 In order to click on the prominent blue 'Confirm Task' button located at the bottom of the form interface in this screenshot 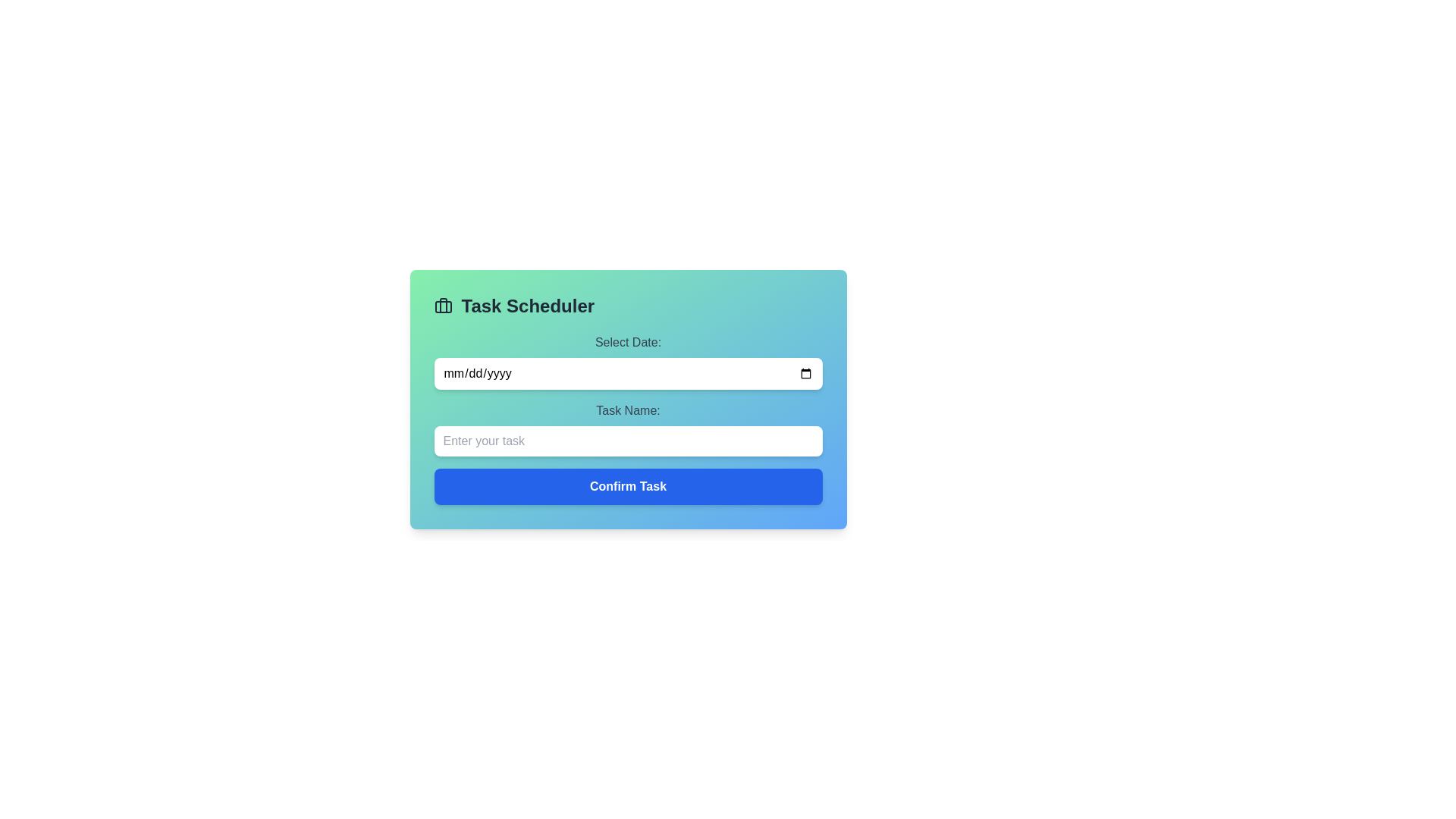, I will do `click(628, 486)`.